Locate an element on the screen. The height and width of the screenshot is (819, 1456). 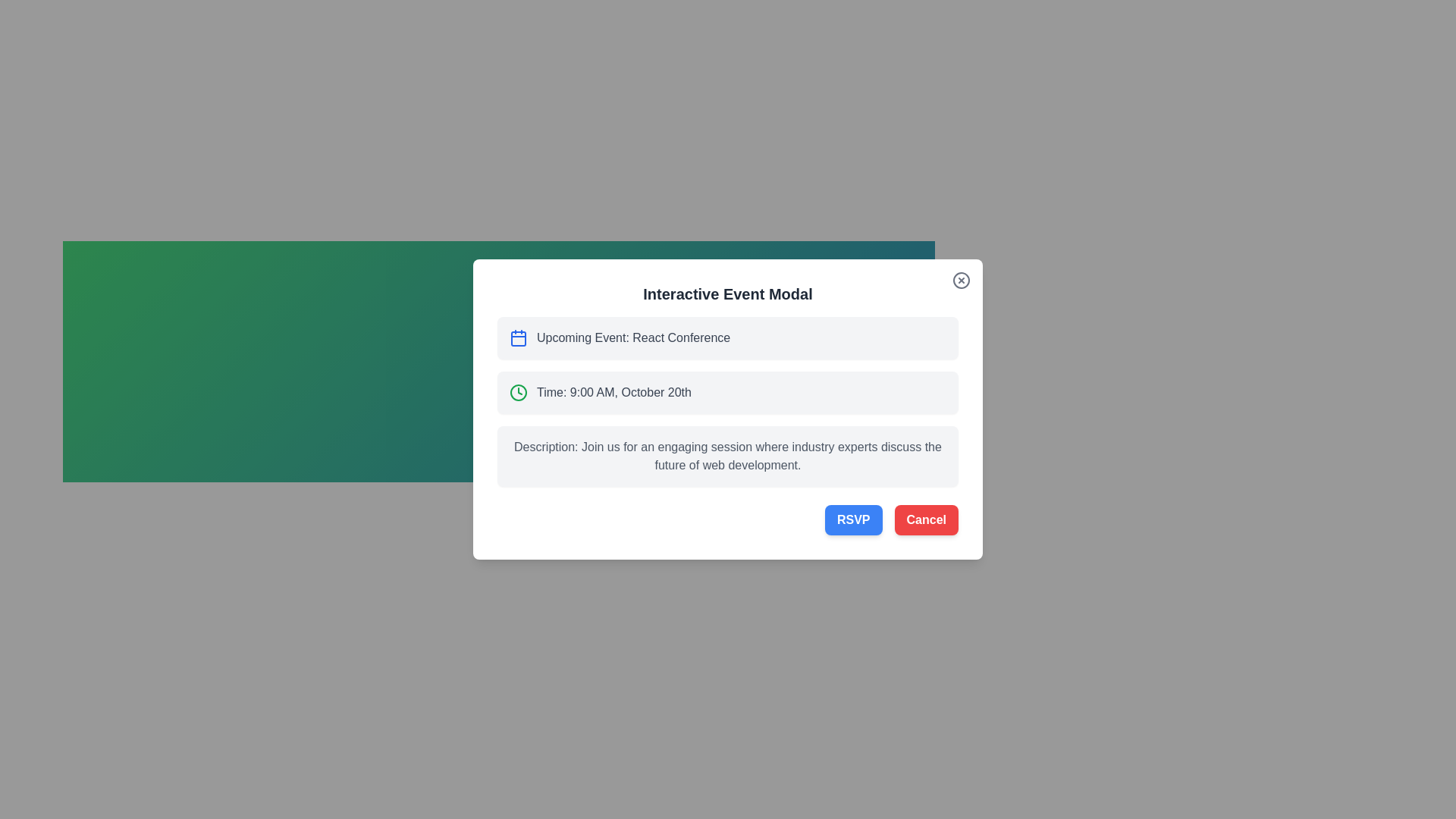
the text block that displays a brief description of the event, located at the bottom of the event modal, below the 'Time' section and above the RSVP buttons is located at coordinates (728, 455).